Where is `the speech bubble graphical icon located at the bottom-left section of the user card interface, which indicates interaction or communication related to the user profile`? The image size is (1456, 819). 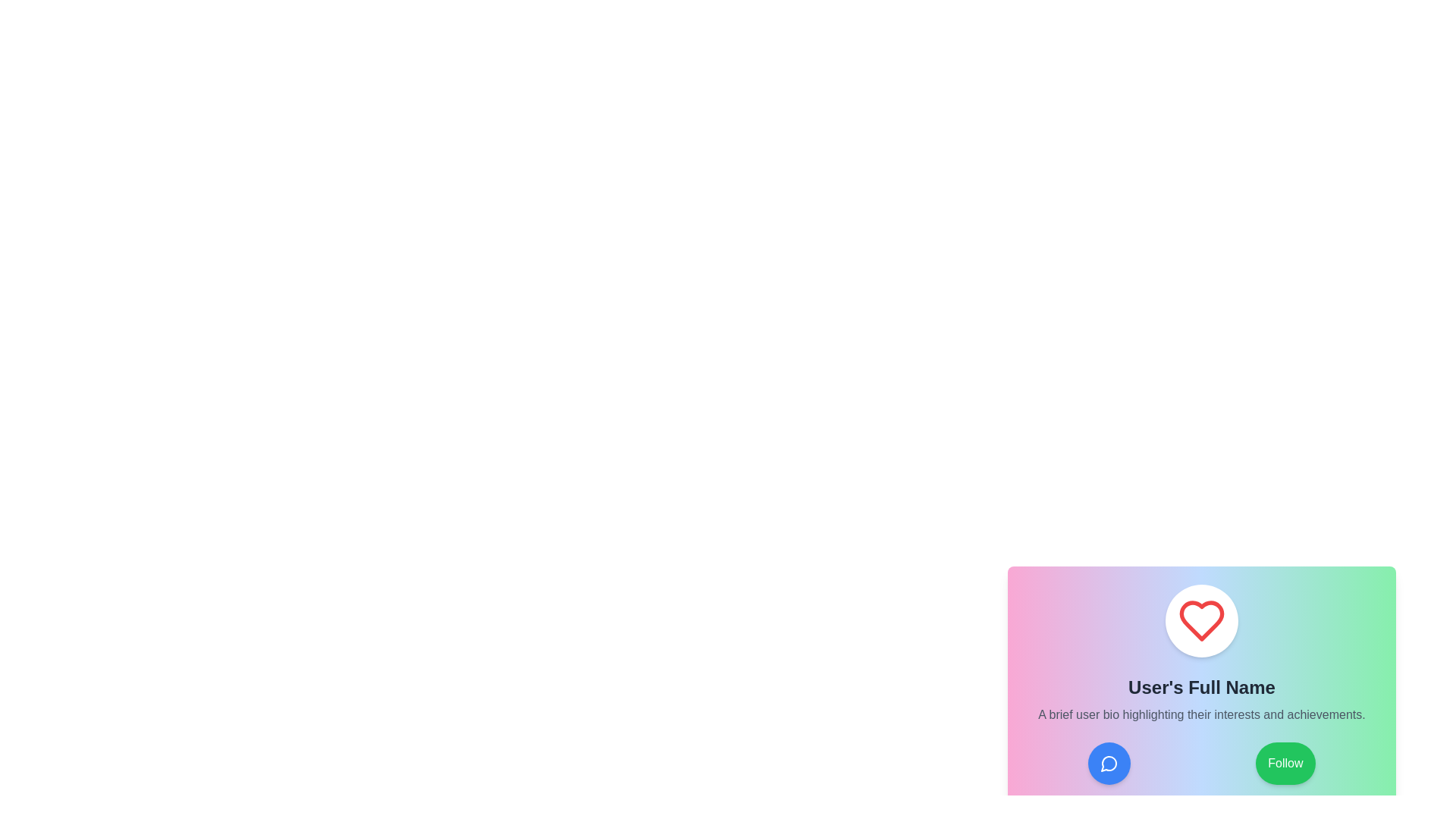
the speech bubble graphical icon located at the bottom-left section of the user card interface, which indicates interaction or communication related to the user profile is located at coordinates (1109, 764).